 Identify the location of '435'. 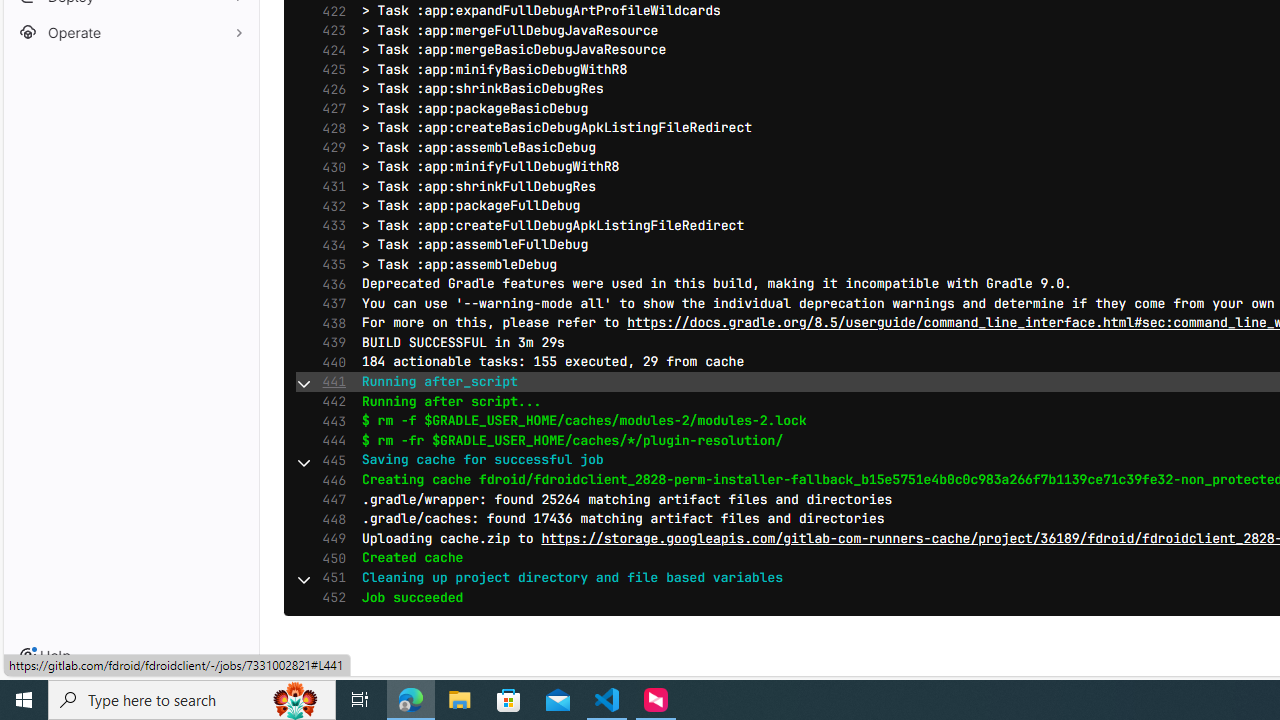
(329, 263).